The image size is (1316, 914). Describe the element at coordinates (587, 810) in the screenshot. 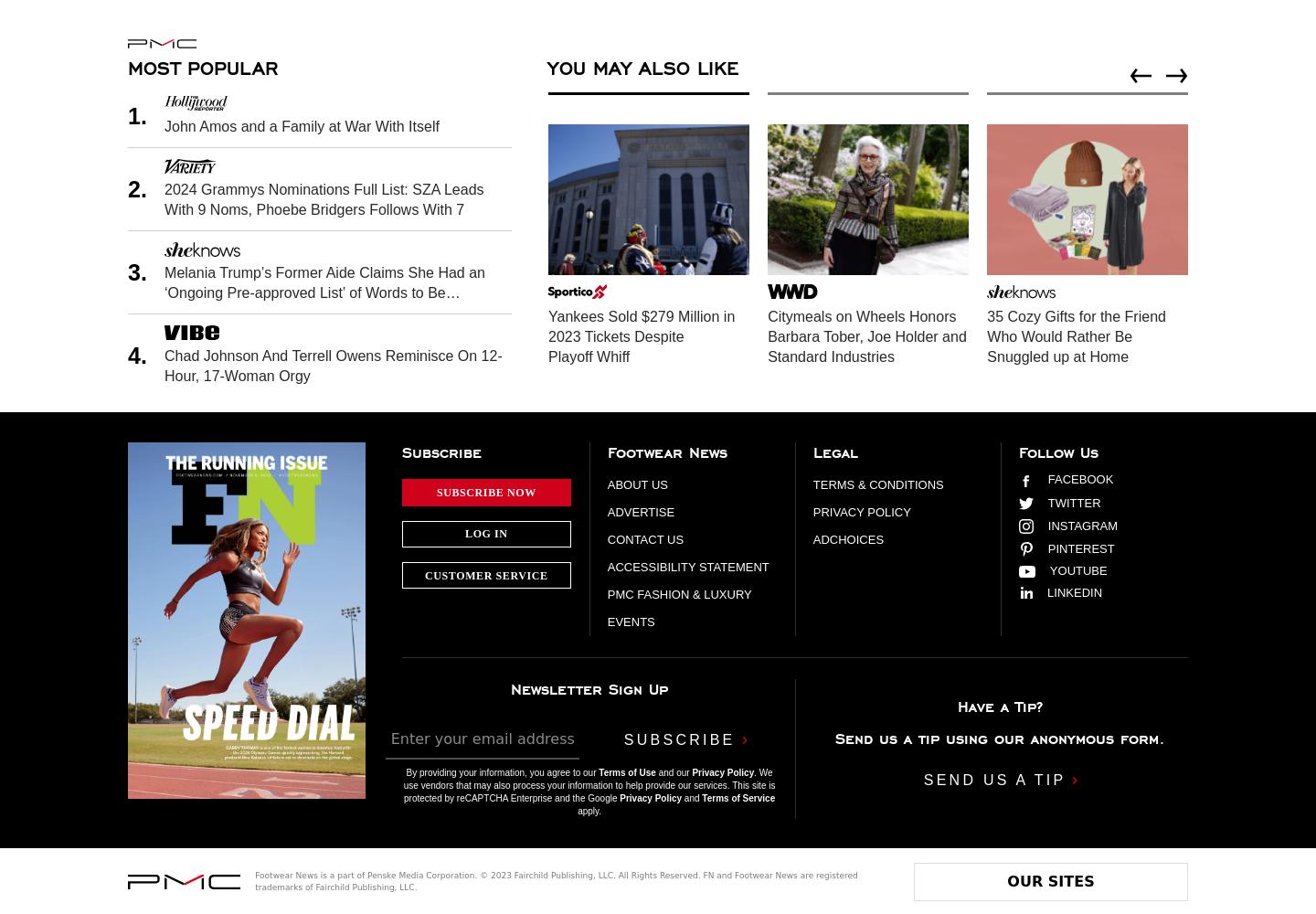

I see `'apply.'` at that location.